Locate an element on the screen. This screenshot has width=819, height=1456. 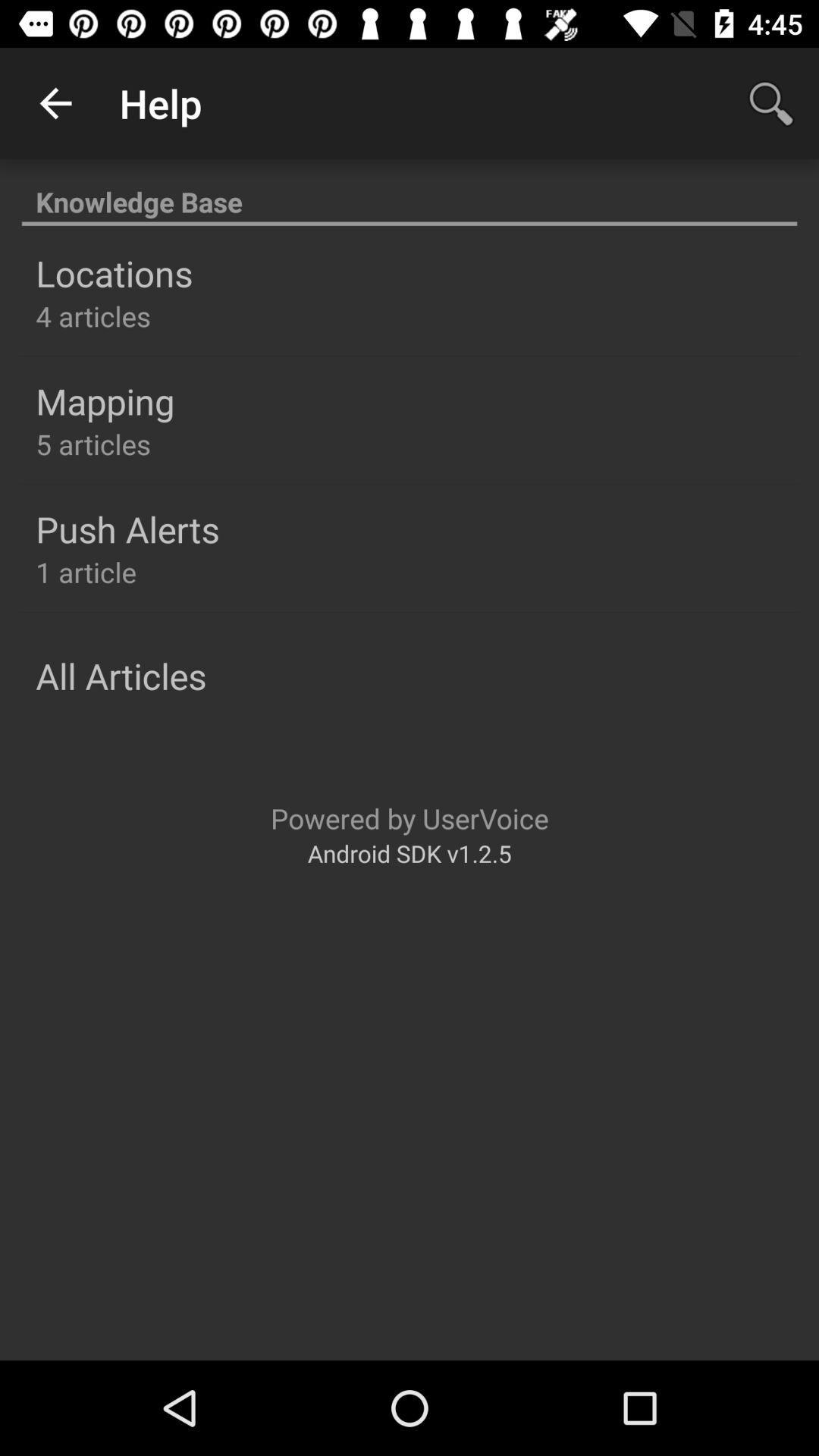
the item below the mapping icon is located at coordinates (93, 443).